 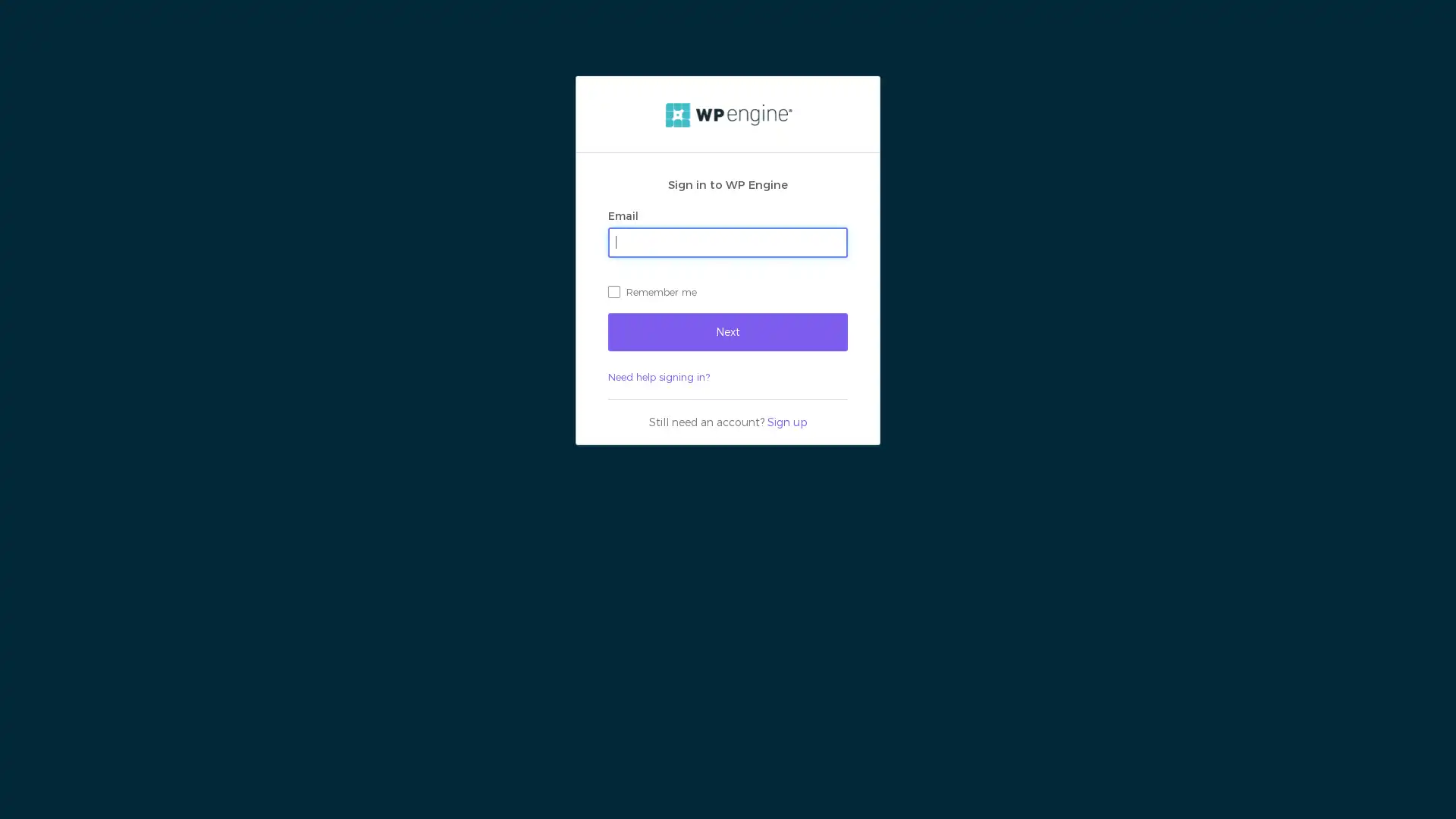 What do you see at coordinates (728, 330) in the screenshot?
I see `Next` at bounding box center [728, 330].